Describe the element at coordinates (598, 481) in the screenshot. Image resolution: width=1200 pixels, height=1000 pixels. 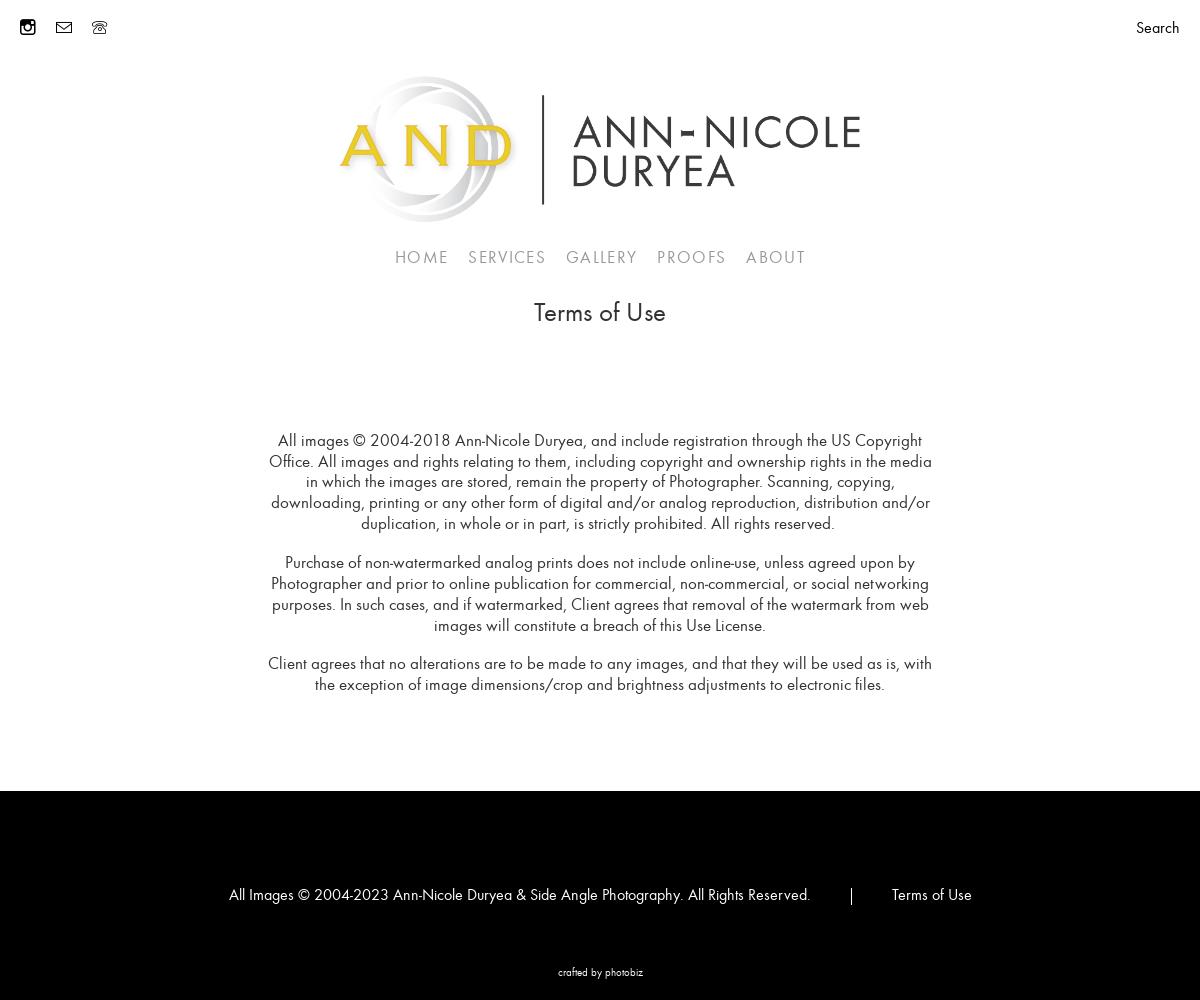
I see `'All images © 2004-2018 Ann-Nicole Duryea, and include registration through the US Copyright Office. All images and rights relating to them, including copyright and ownership rights in the media in which the images are stored, remain the property of Photographer. Scanning, copying, downloading, printing or any other form of digital and/or analog reproduction, distribution and/or duplication, in whole or in part, is strictly prohibited. All rights reserved.'` at that location.